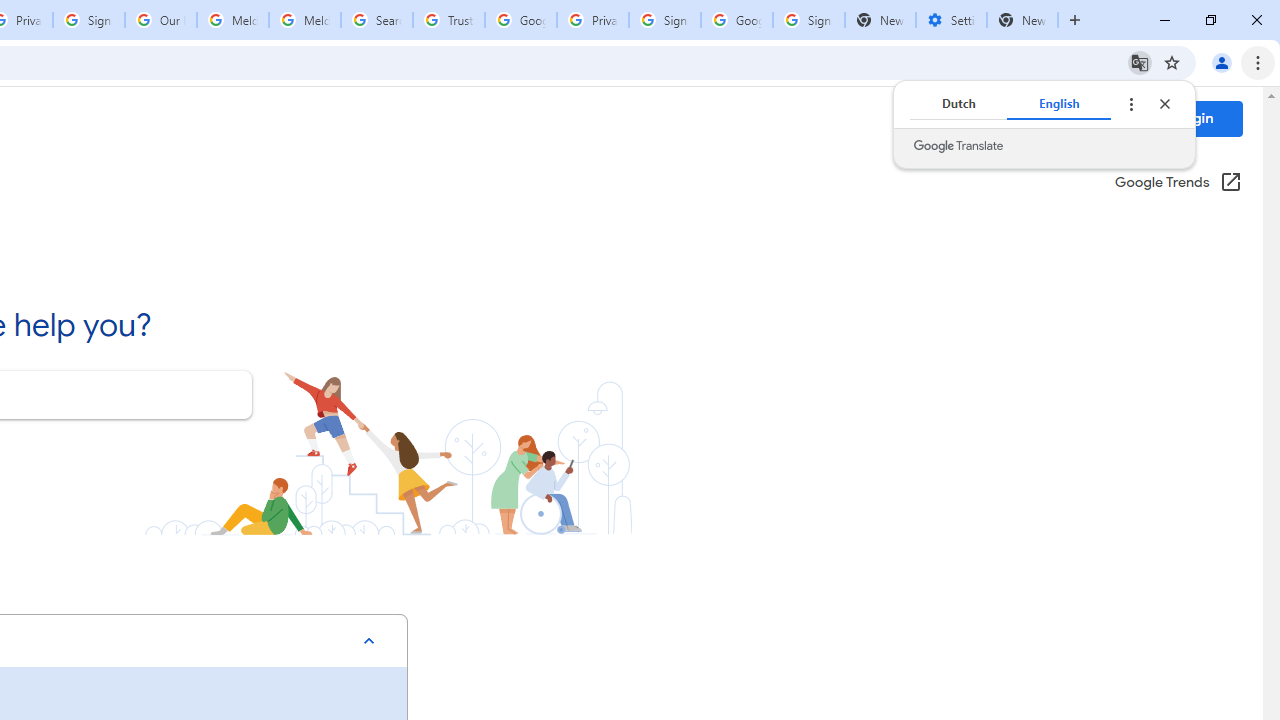 This screenshot has height=720, width=1280. What do you see at coordinates (520, 20) in the screenshot?
I see `'Google Ads - Sign in'` at bounding box center [520, 20].